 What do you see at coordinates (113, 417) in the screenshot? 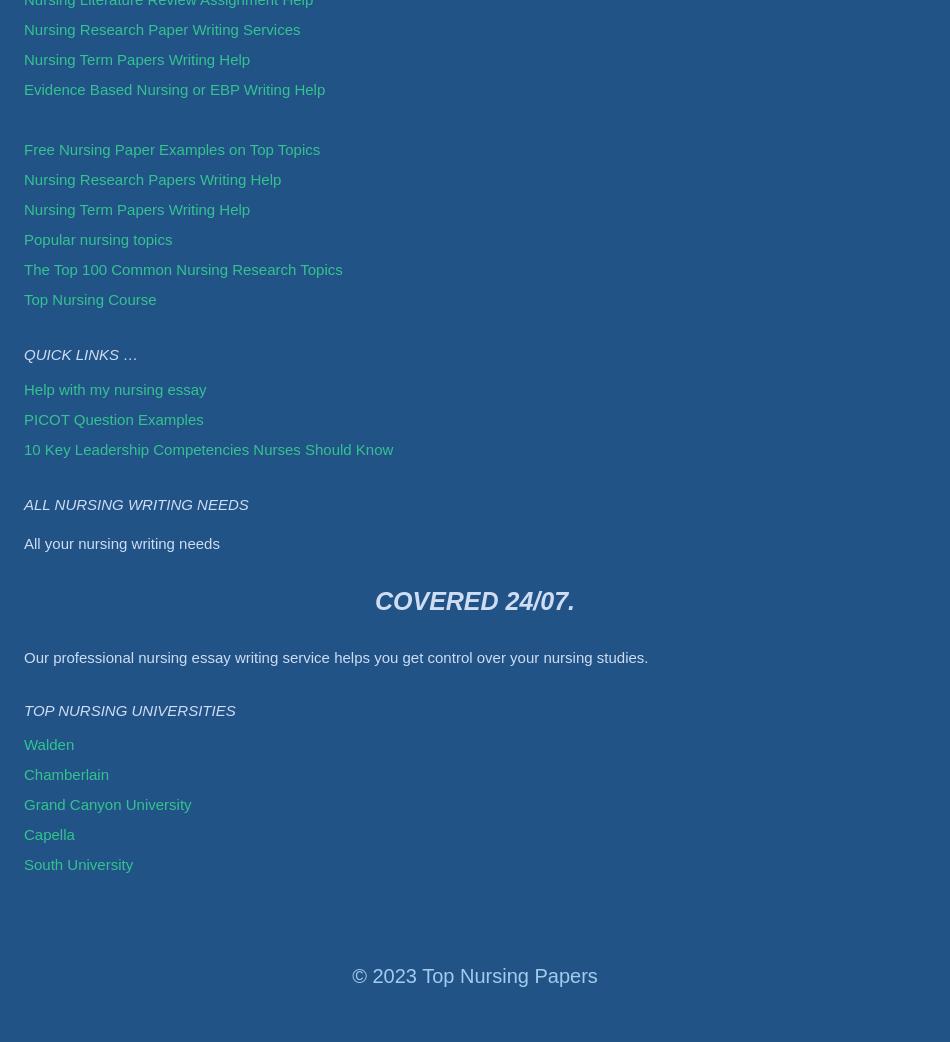
I see `'PICOT Question Examples'` at bounding box center [113, 417].